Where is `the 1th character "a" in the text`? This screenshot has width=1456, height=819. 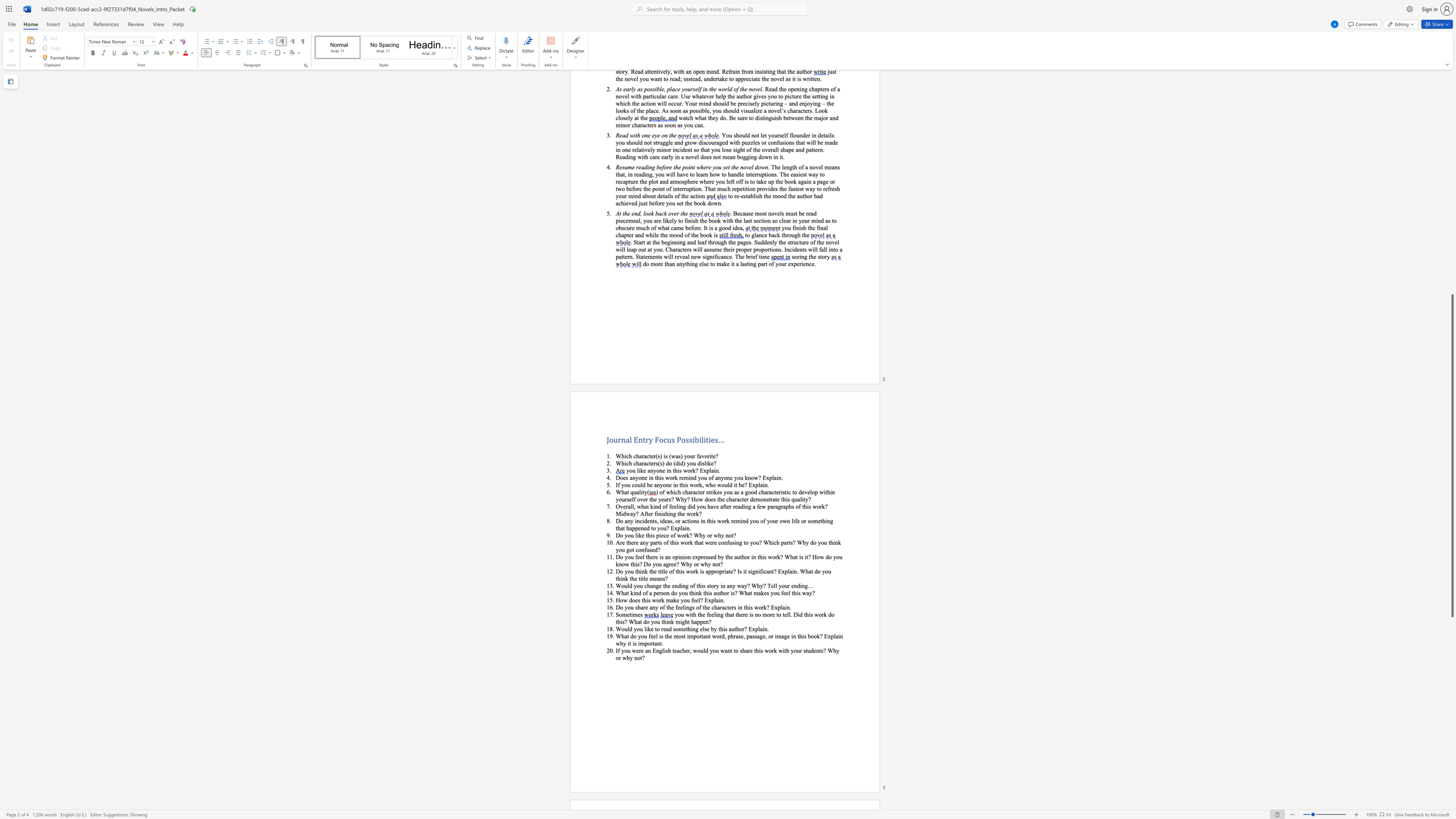 the 1th character "a" in the text is located at coordinates (641, 606).